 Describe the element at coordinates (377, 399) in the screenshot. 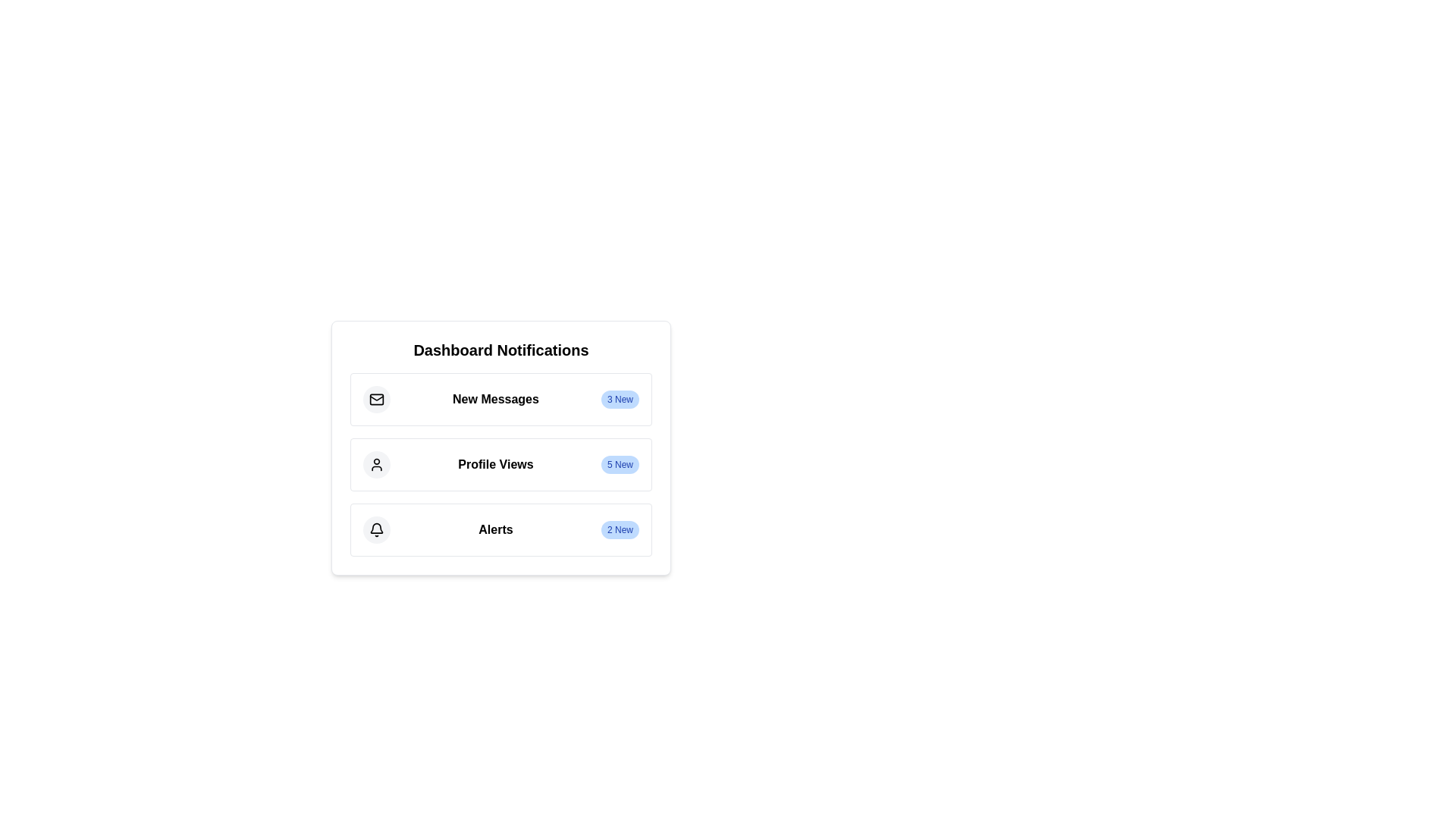

I see `the rectangular body of the envelope icon located in the first row under the 'Dashboard Notifications' title, which is positioned to the left of the 'New Messages' label` at that location.